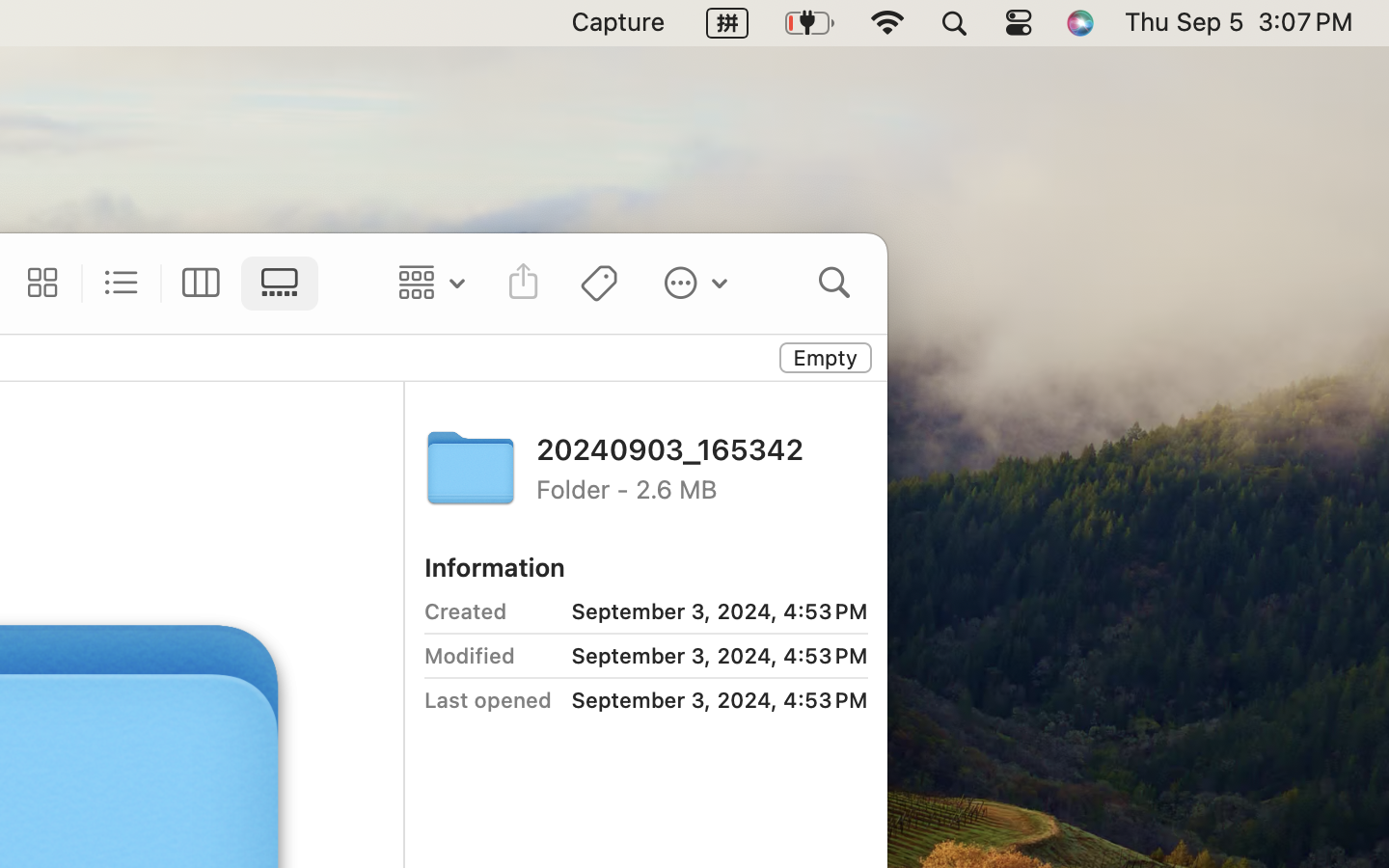  What do you see at coordinates (487, 699) in the screenshot?
I see `'Last opened'` at bounding box center [487, 699].